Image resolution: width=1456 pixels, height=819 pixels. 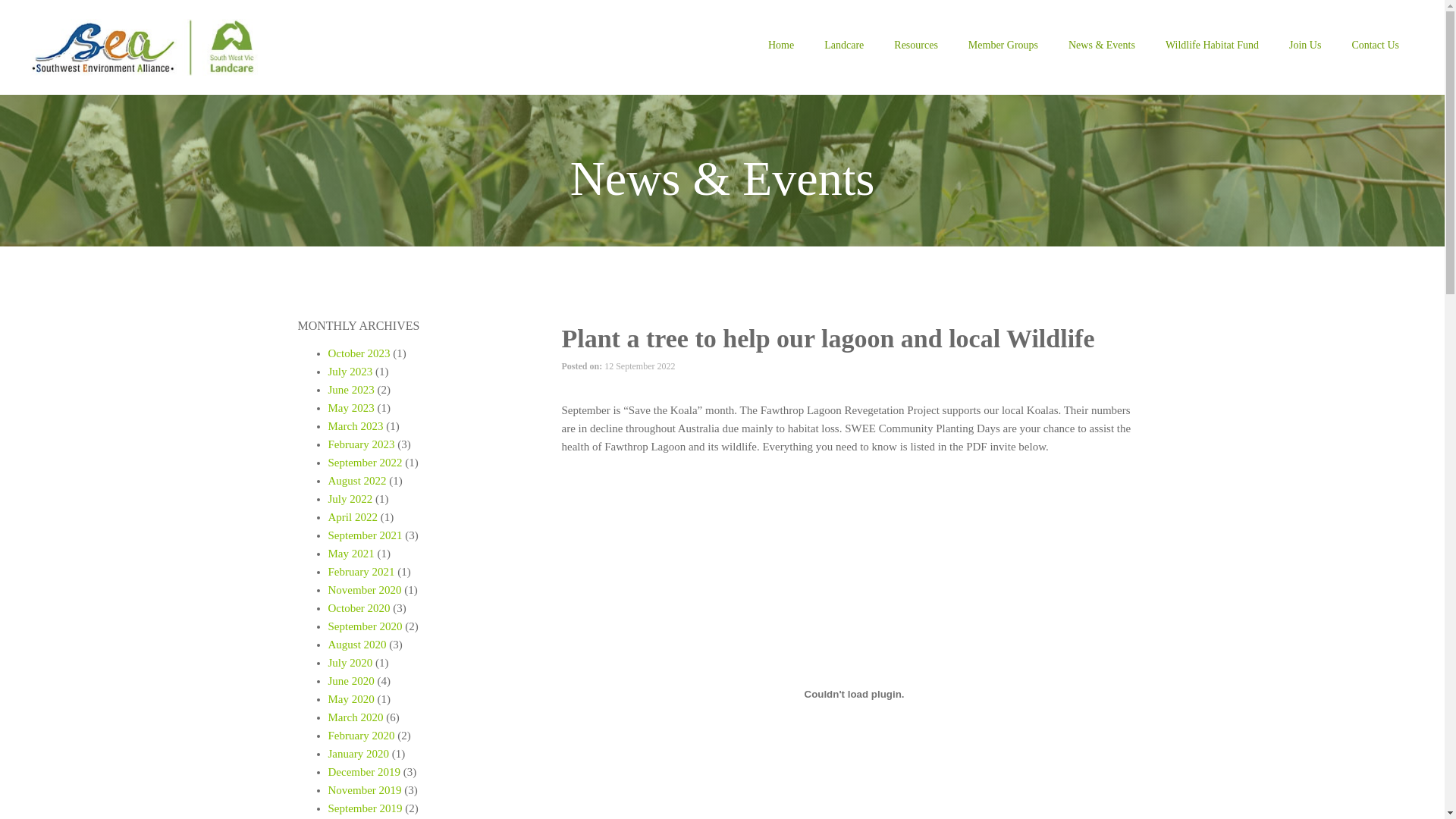 I want to click on 'July 2020', so click(x=349, y=662).